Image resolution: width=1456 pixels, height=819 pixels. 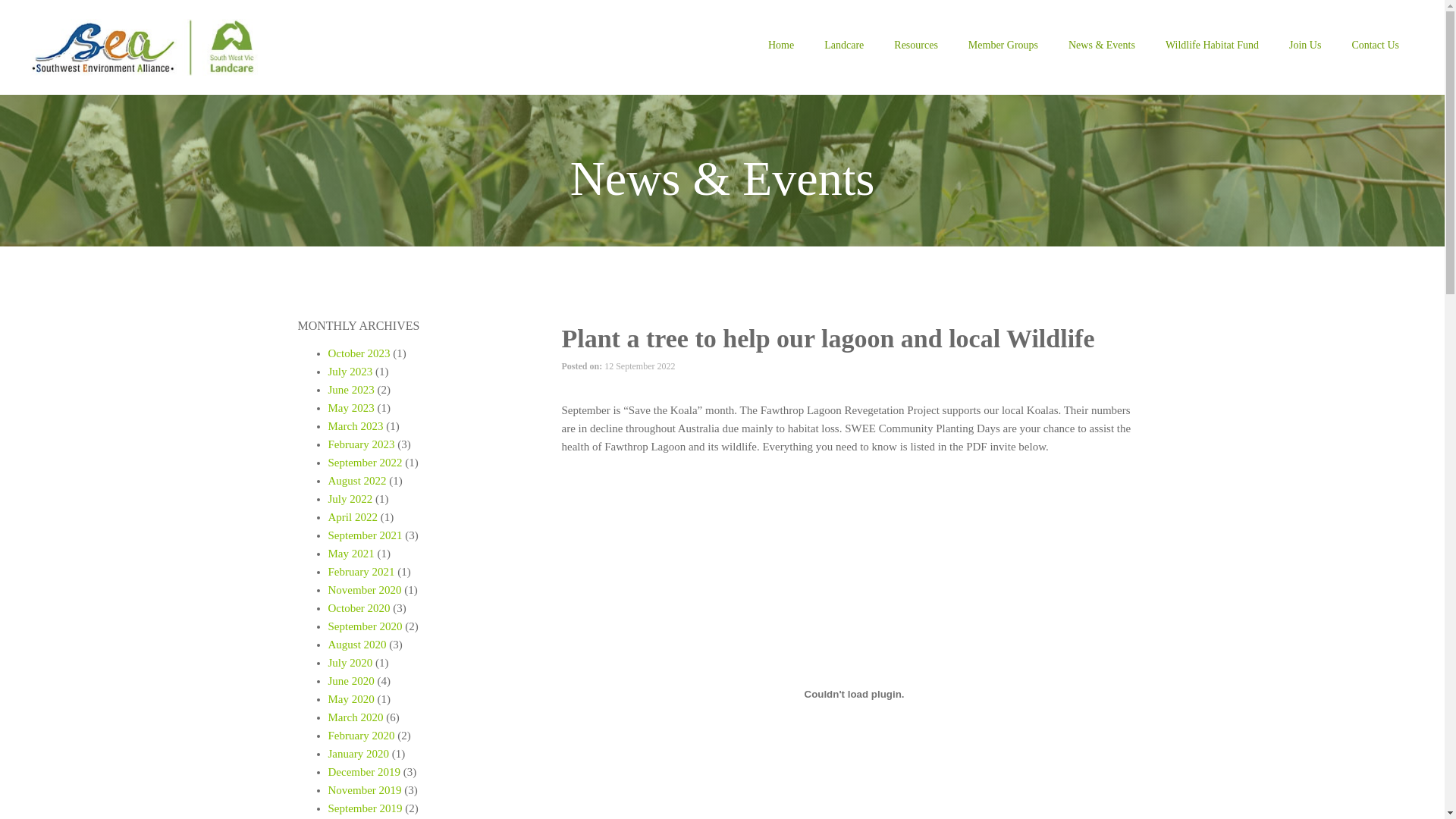 I want to click on 'July 2020', so click(x=349, y=662).